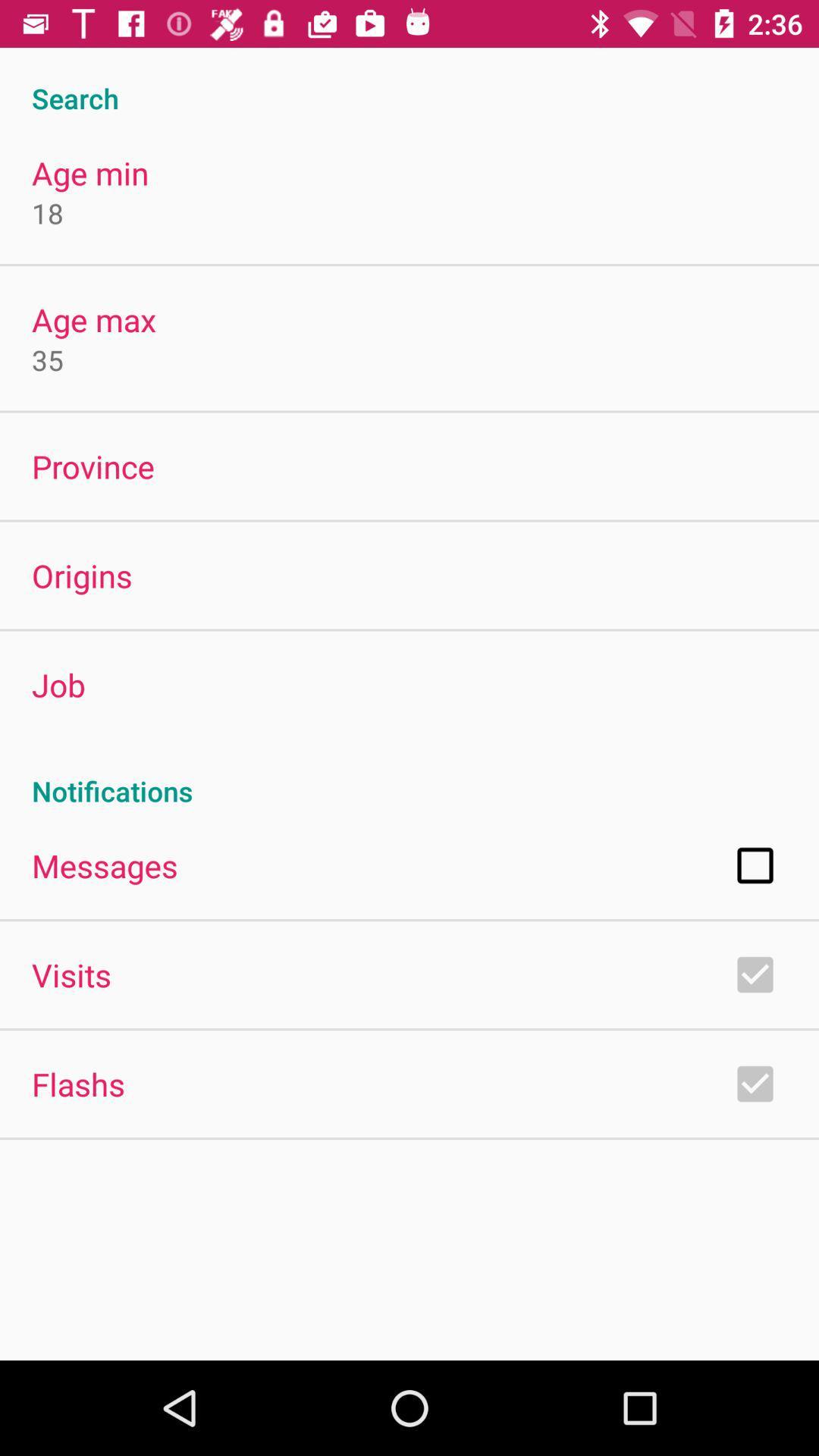 This screenshot has height=1456, width=819. I want to click on the app below age max icon, so click(46, 359).